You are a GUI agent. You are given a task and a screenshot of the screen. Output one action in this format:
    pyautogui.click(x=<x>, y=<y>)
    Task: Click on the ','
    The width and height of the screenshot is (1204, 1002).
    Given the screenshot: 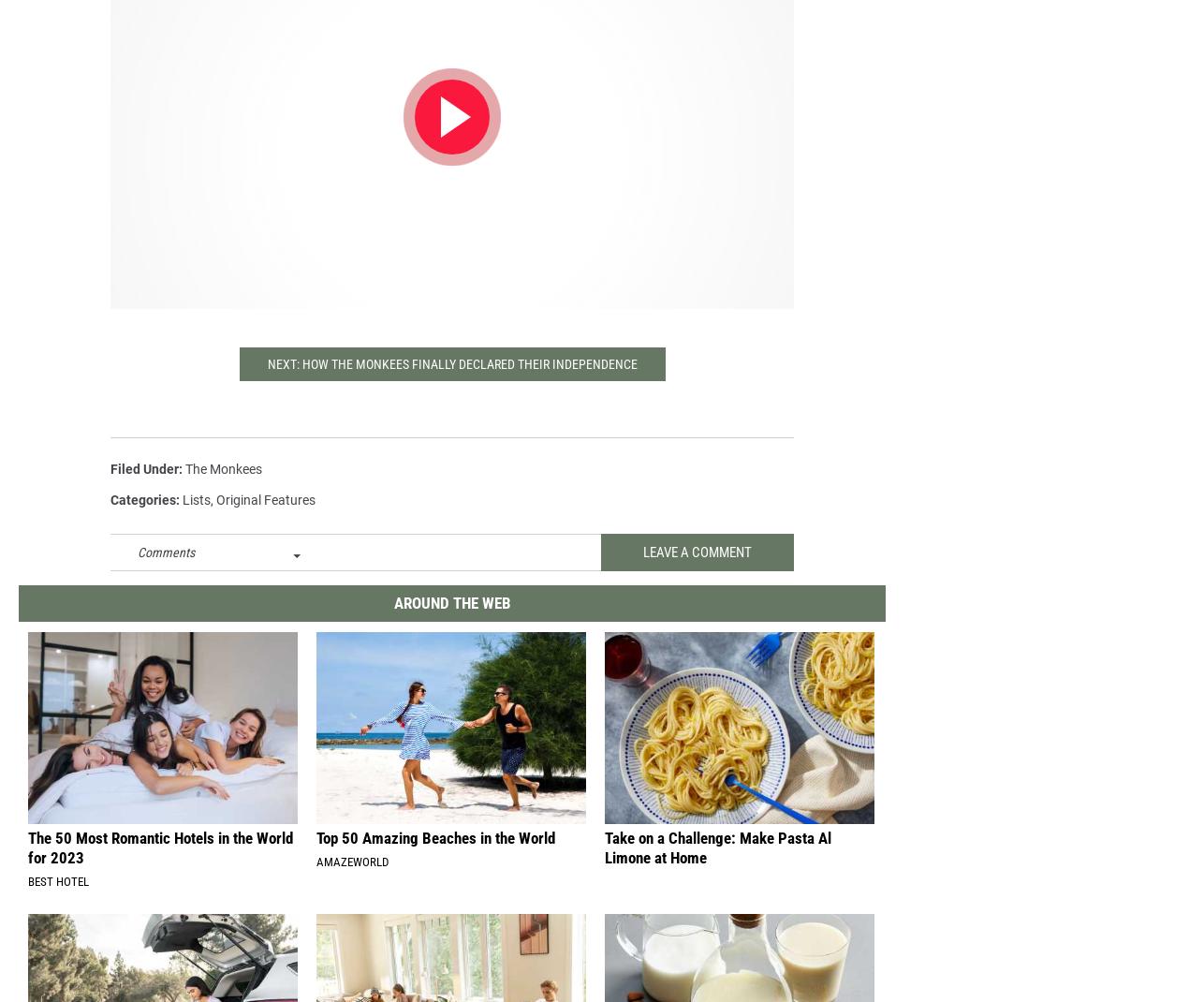 What is the action you would take?
    pyautogui.click(x=213, y=515)
    